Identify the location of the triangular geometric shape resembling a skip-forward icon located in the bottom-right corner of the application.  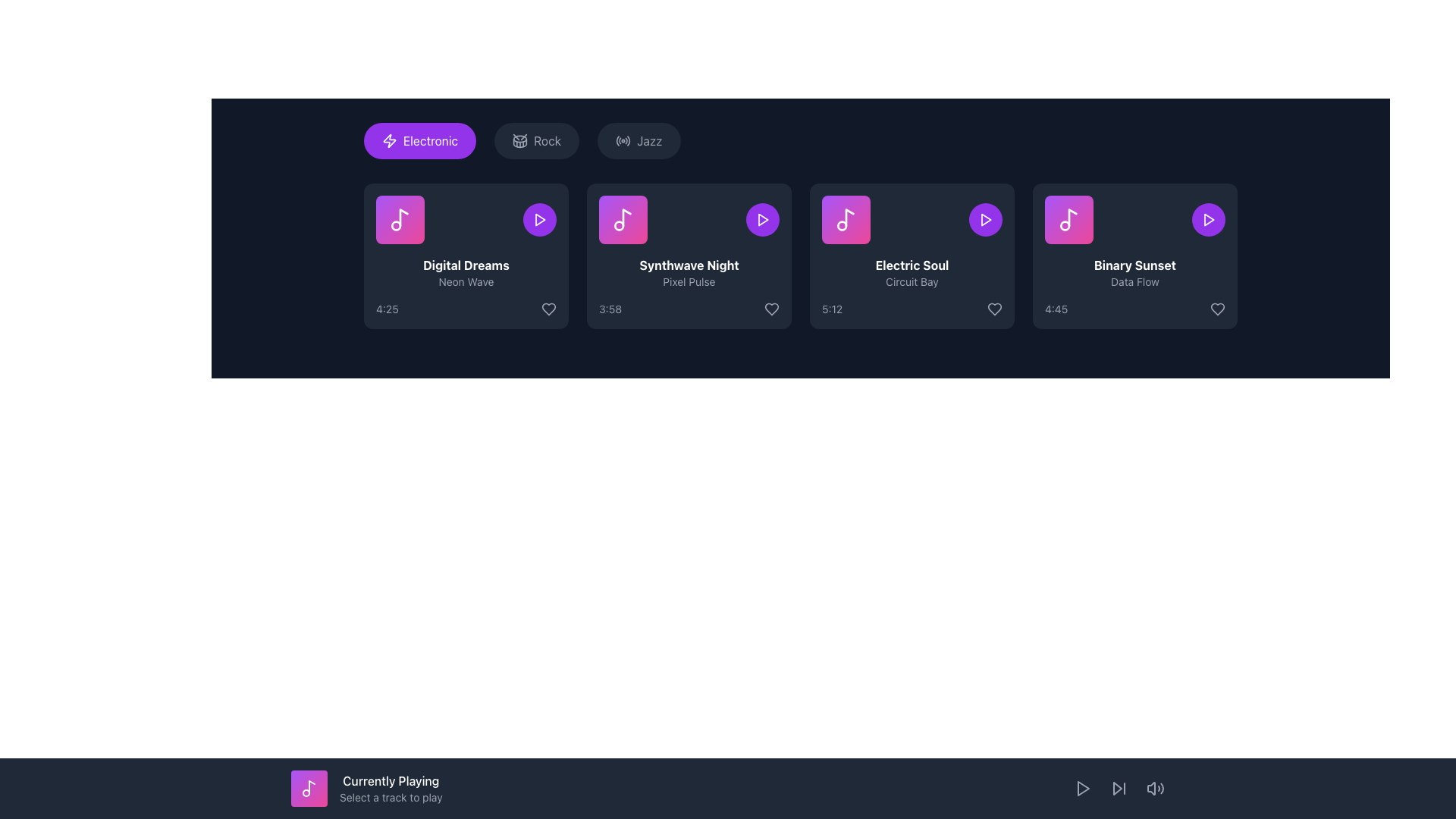
(1117, 788).